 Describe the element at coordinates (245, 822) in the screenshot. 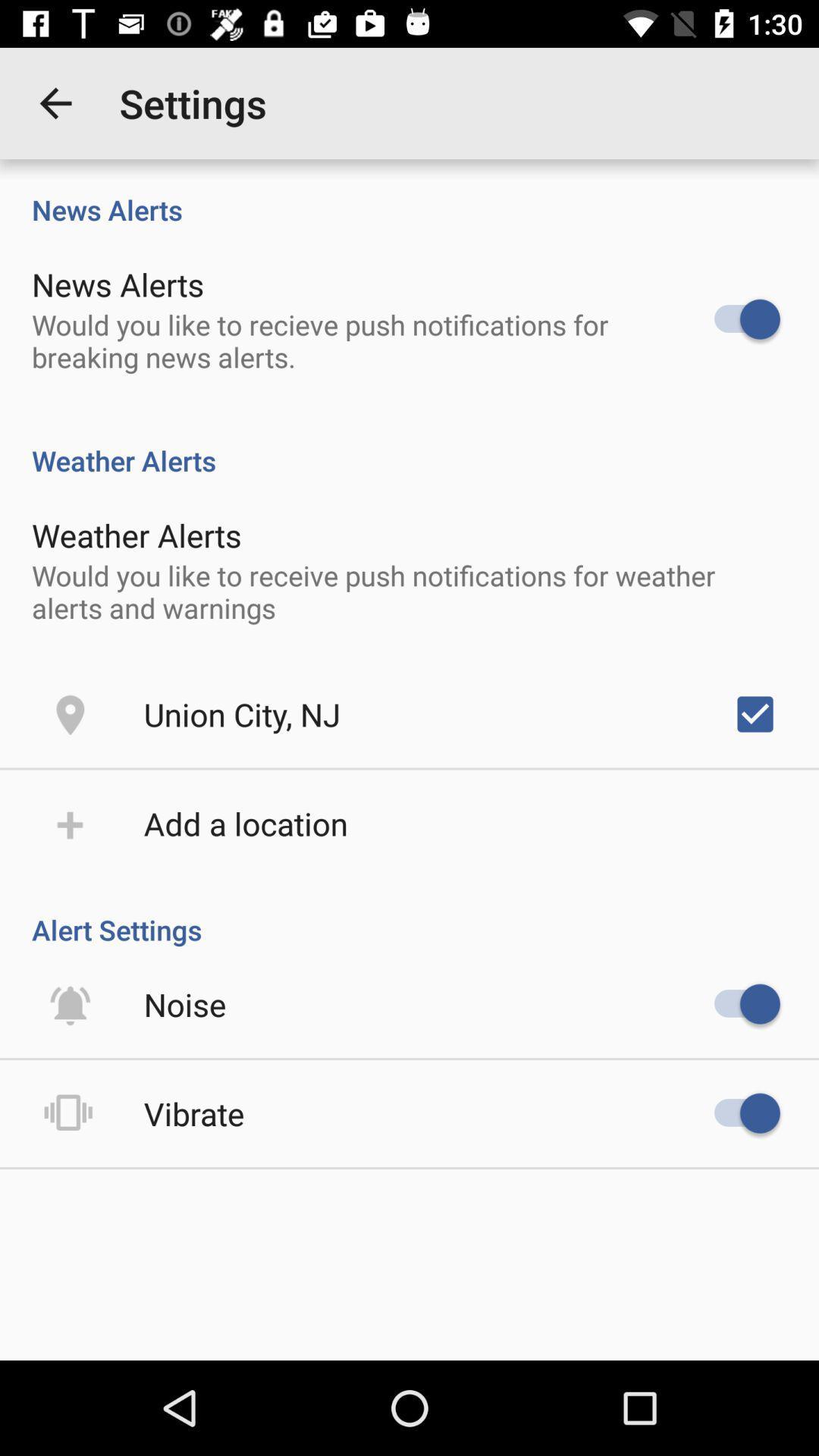

I see `item above the alert settings` at that location.